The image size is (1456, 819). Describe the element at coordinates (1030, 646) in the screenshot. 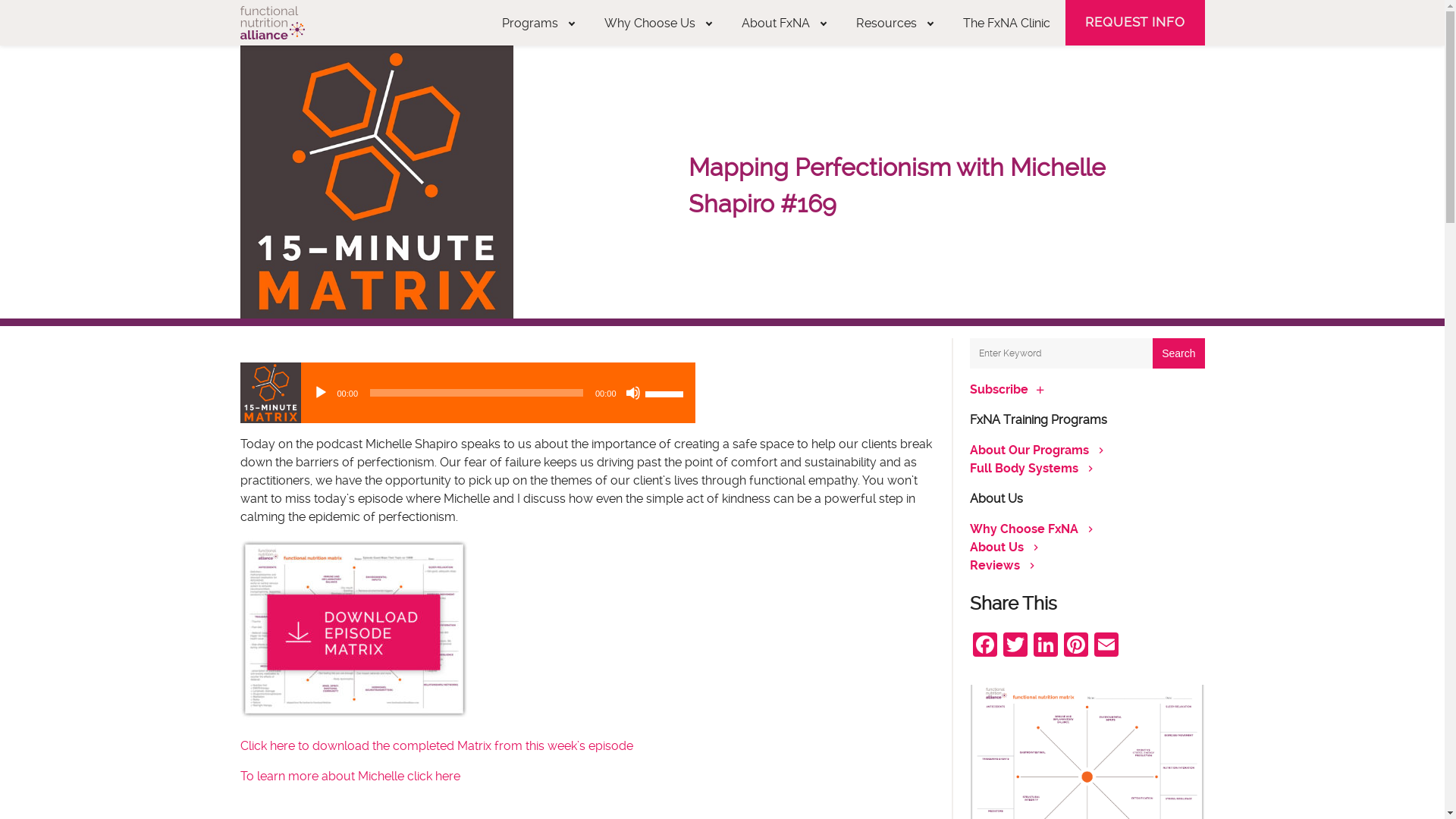

I see `'LinkedIn'` at that location.